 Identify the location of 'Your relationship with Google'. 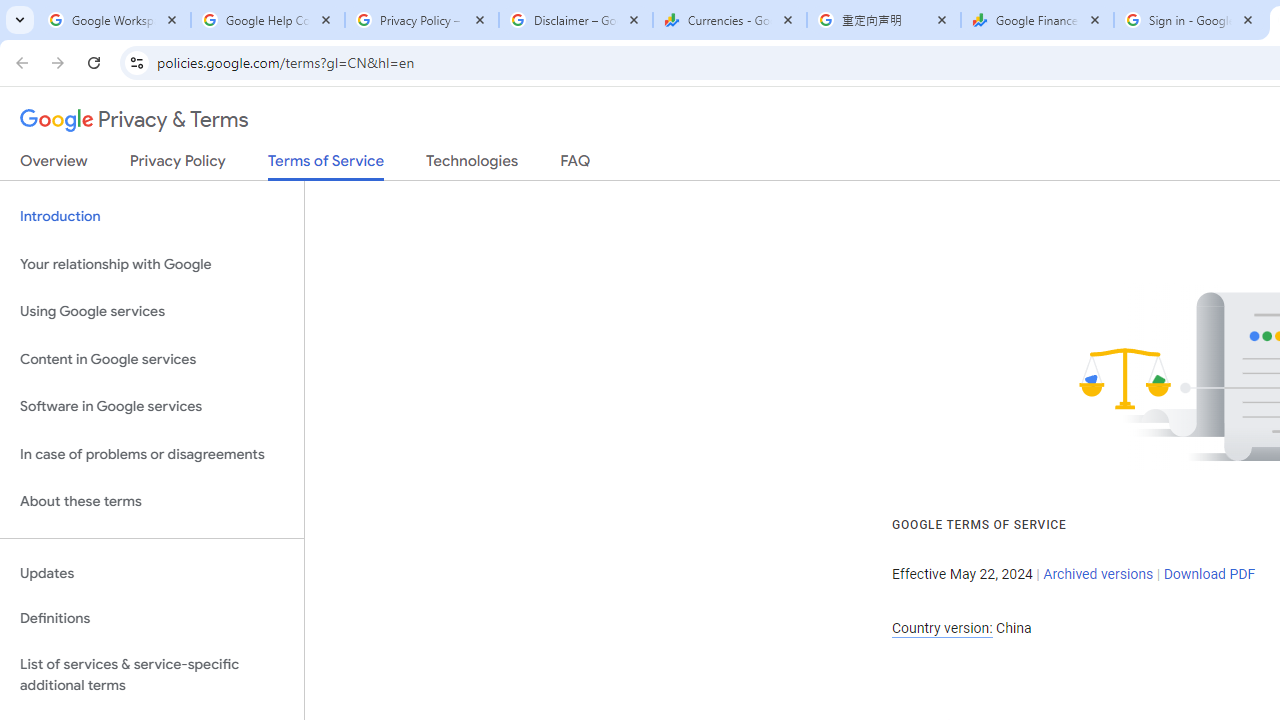
(151, 263).